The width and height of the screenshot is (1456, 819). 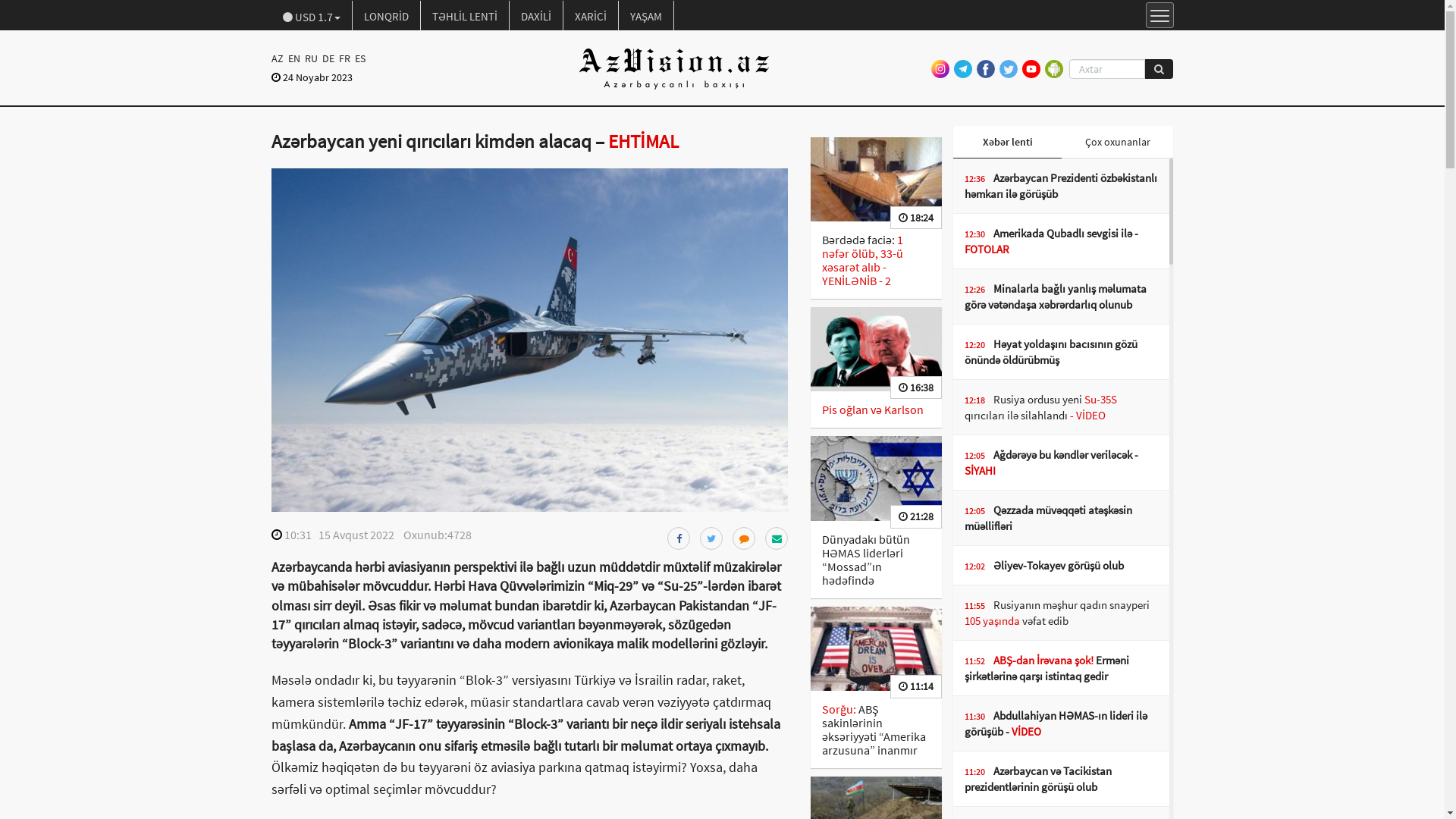 I want to click on 'DE', so click(x=327, y=58).